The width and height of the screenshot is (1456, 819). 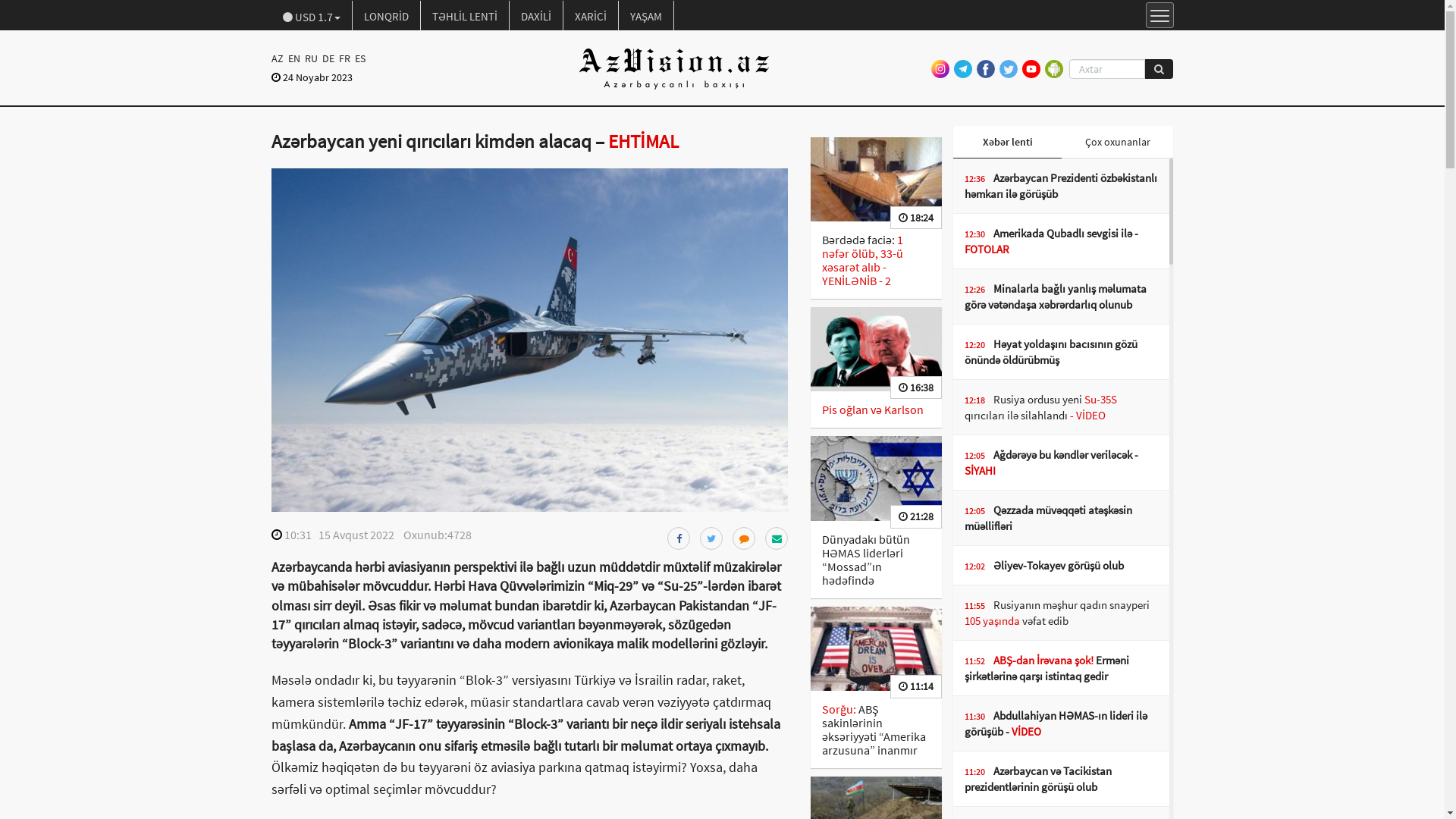 I want to click on 'DE', so click(x=327, y=58).